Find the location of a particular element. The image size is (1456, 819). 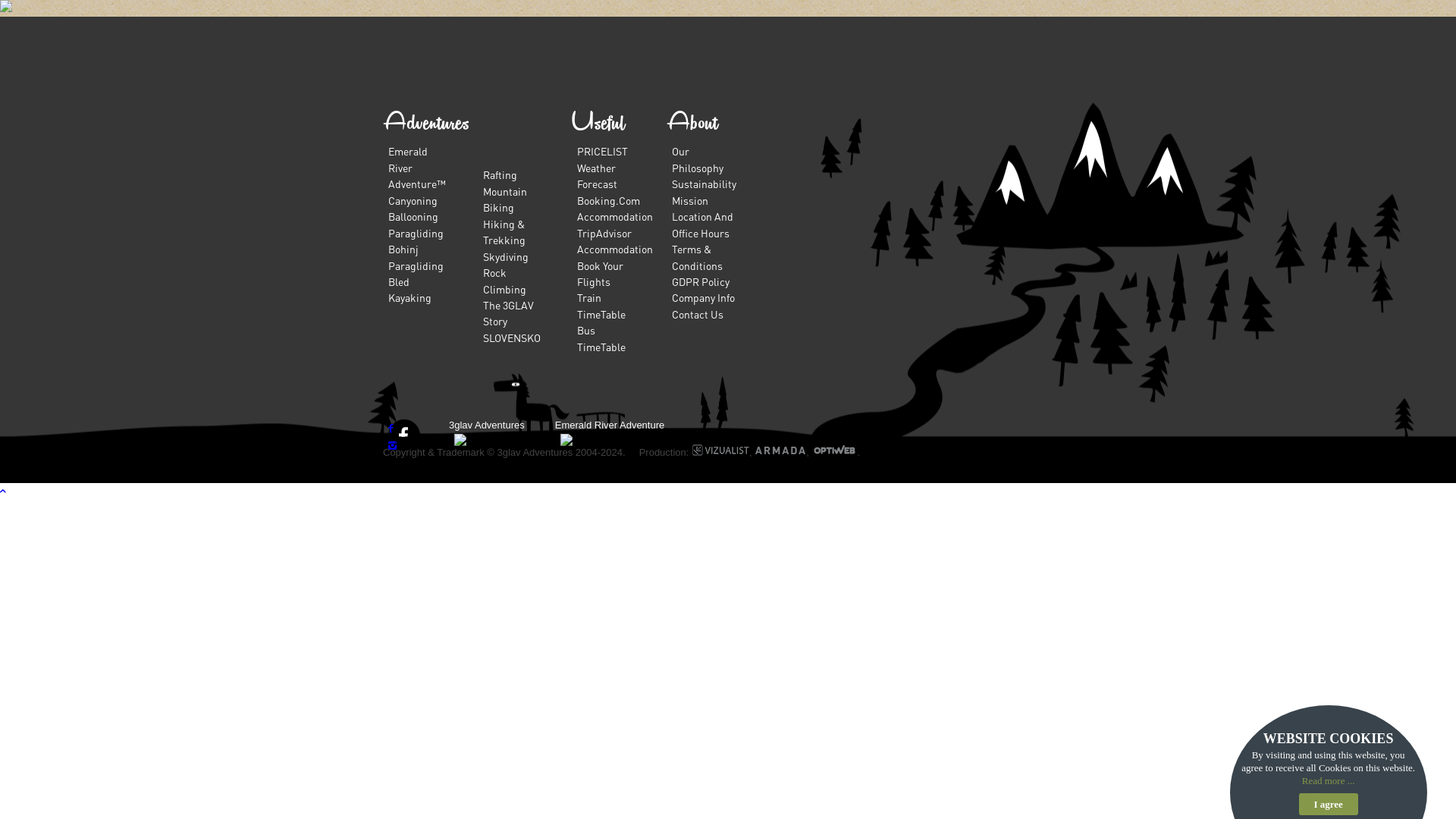

'Facebook' is located at coordinates (388, 427).